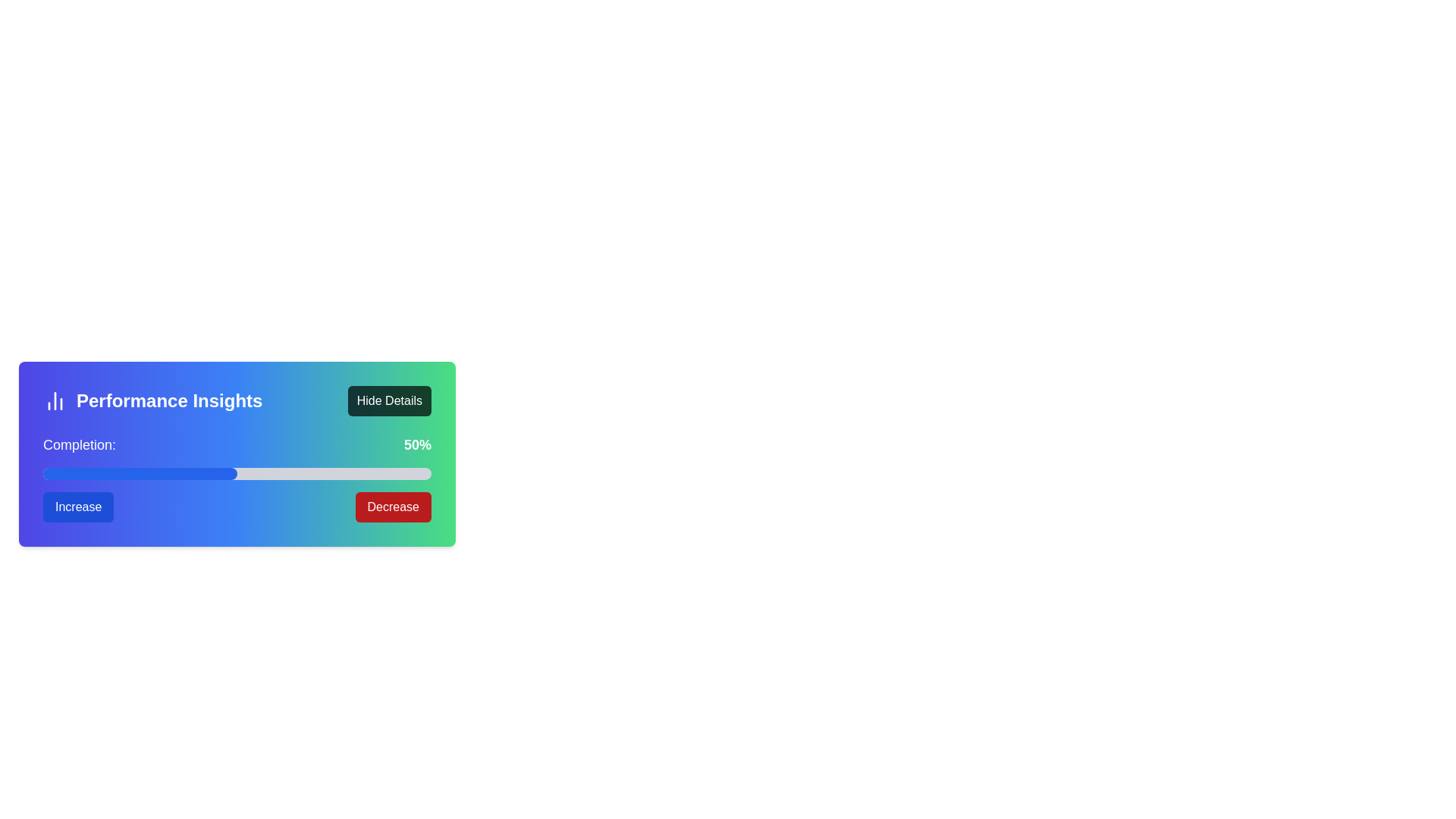 This screenshot has width=1456, height=819. I want to click on the button located in the upper right corner of the 'Performance Insights' section to hide details, so click(389, 400).